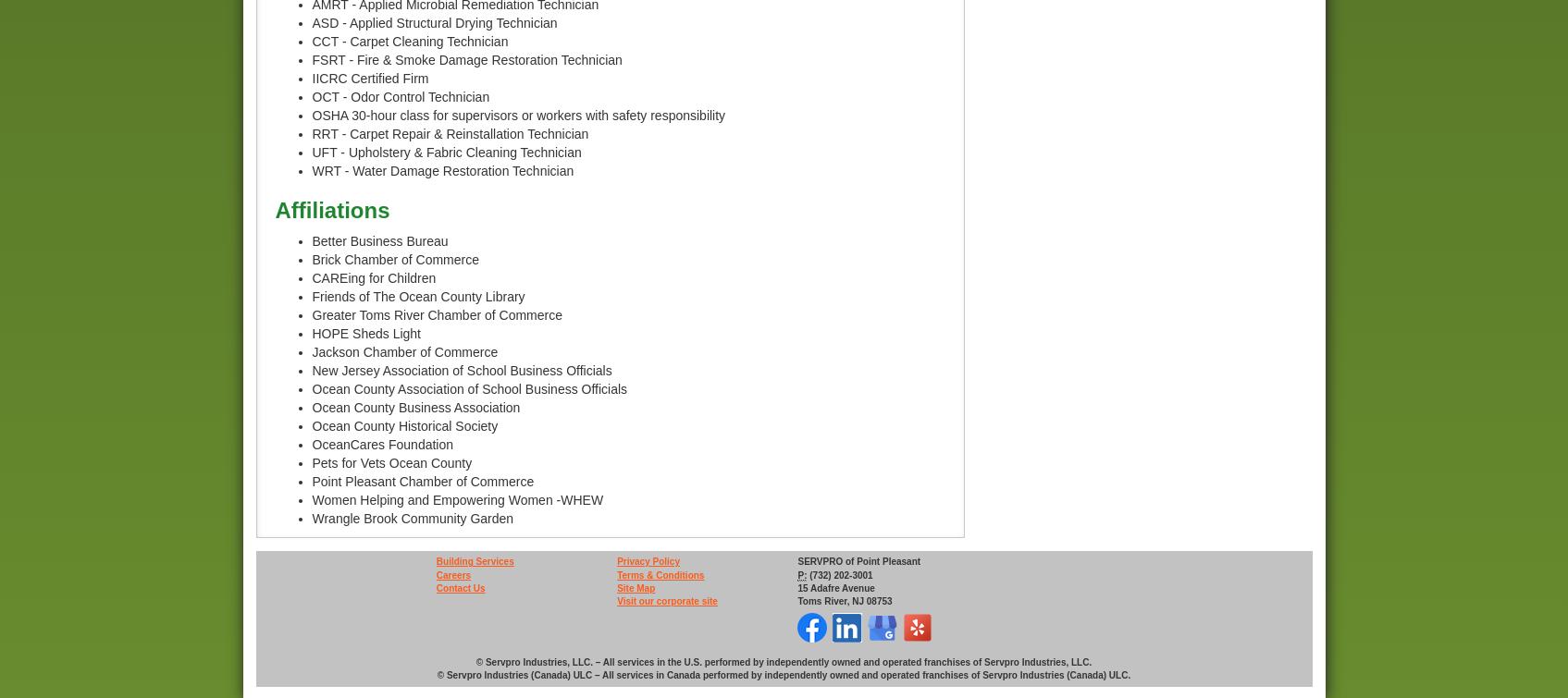 Image resolution: width=1568 pixels, height=698 pixels. What do you see at coordinates (310, 481) in the screenshot?
I see `'Point Pleasant Chamber of Commerce'` at bounding box center [310, 481].